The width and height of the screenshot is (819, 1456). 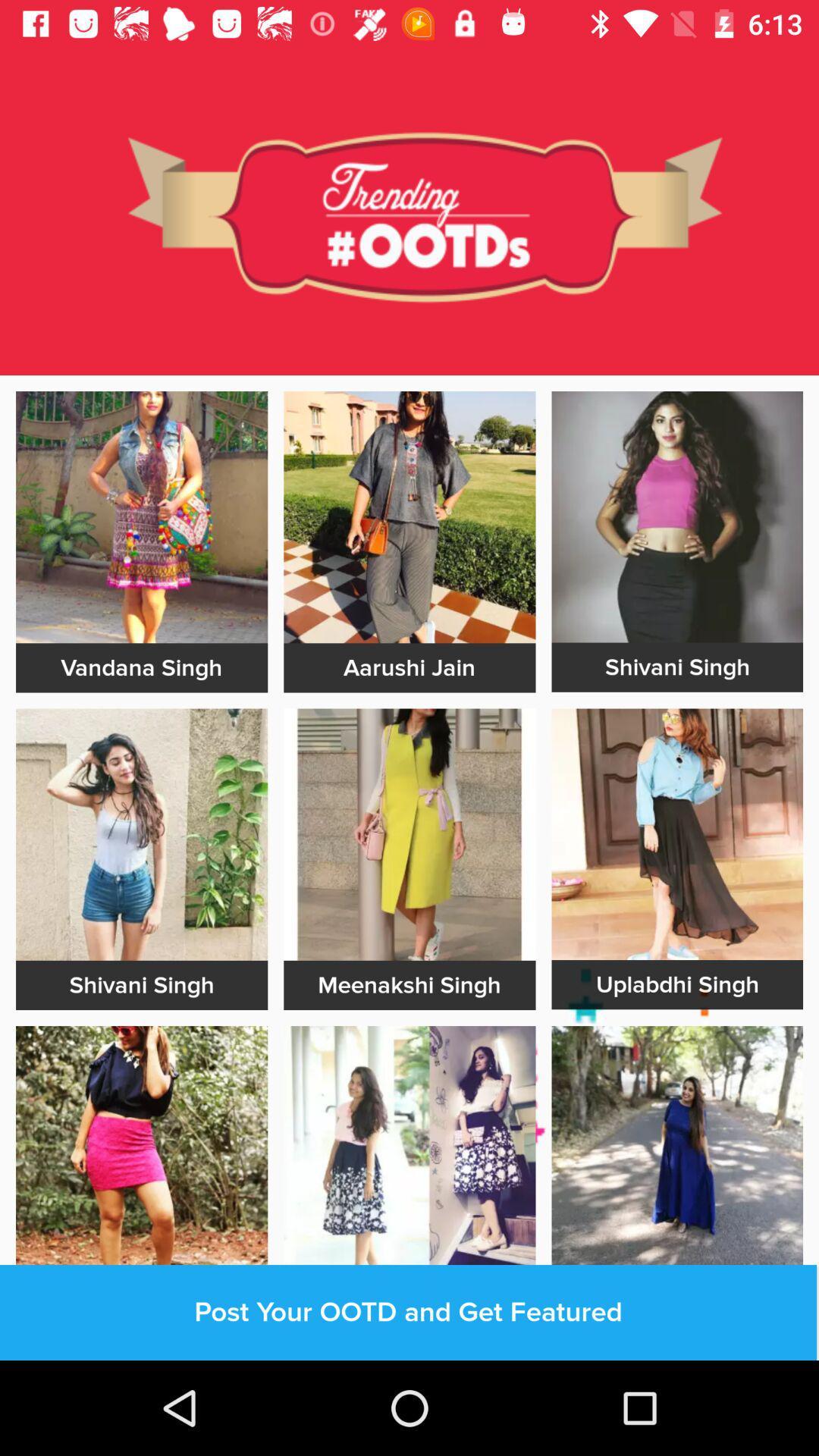 I want to click on dressing page, so click(x=676, y=833).